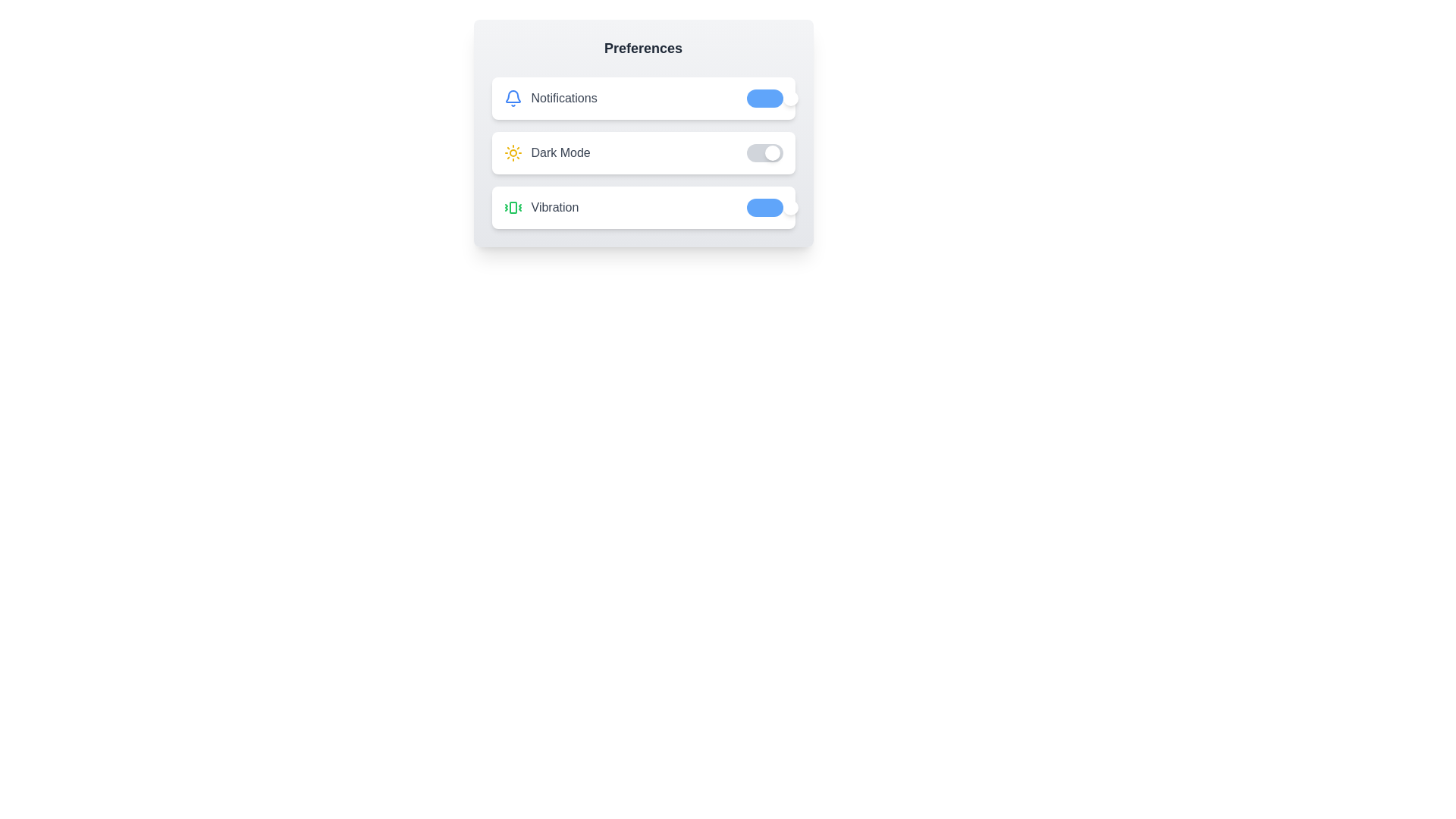 The width and height of the screenshot is (1456, 819). What do you see at coordinates (563, 99) in the screenshot?
I see `the static text label displaying 'Notifications', which is part of the 'Preferences' section and is located next to a blue bell icon on the left` at bounding box center [563, 99].